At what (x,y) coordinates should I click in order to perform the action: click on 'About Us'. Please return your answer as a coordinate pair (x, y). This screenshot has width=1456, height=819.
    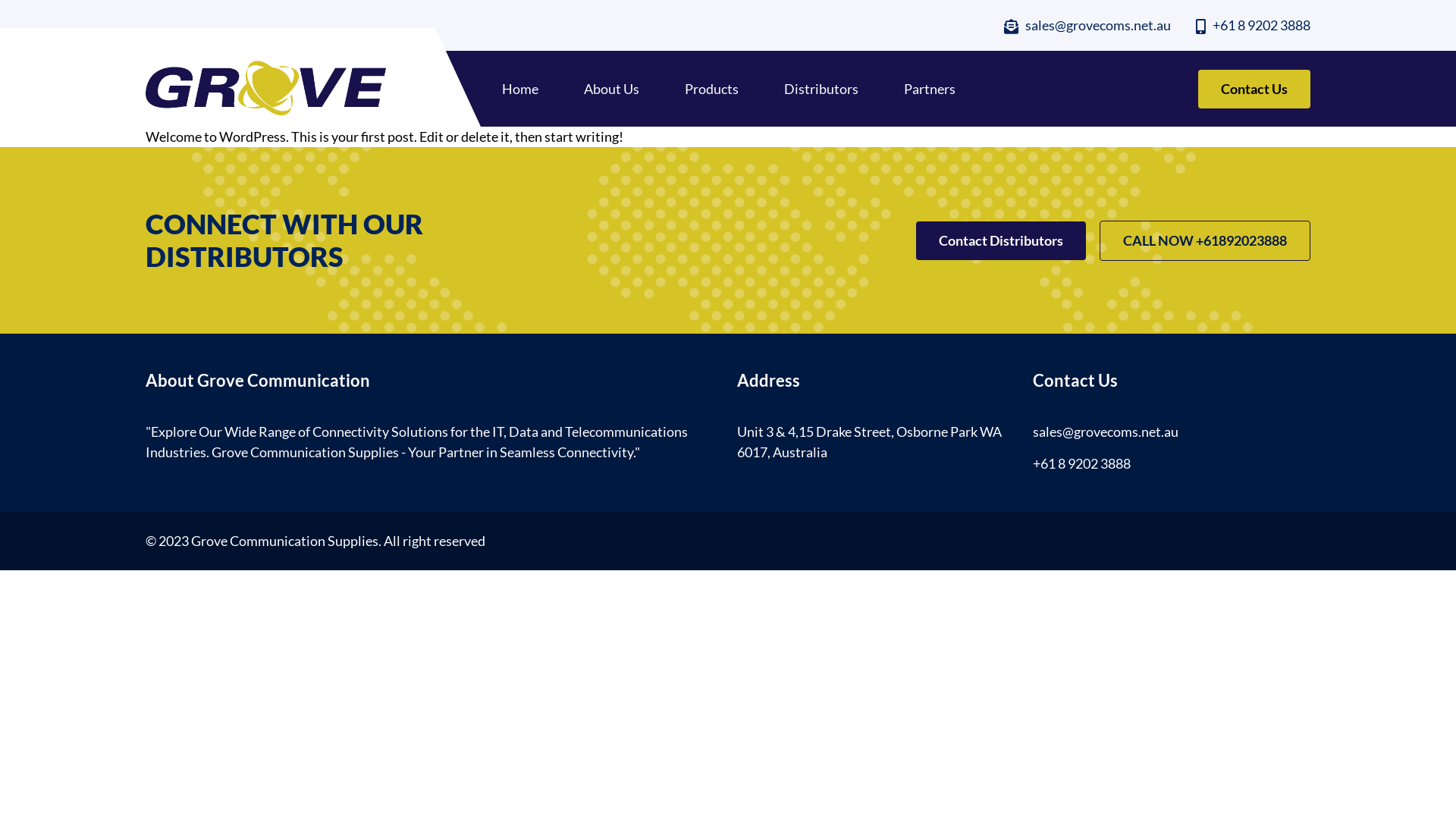
    Looking at the image, I should click on (582, 88).